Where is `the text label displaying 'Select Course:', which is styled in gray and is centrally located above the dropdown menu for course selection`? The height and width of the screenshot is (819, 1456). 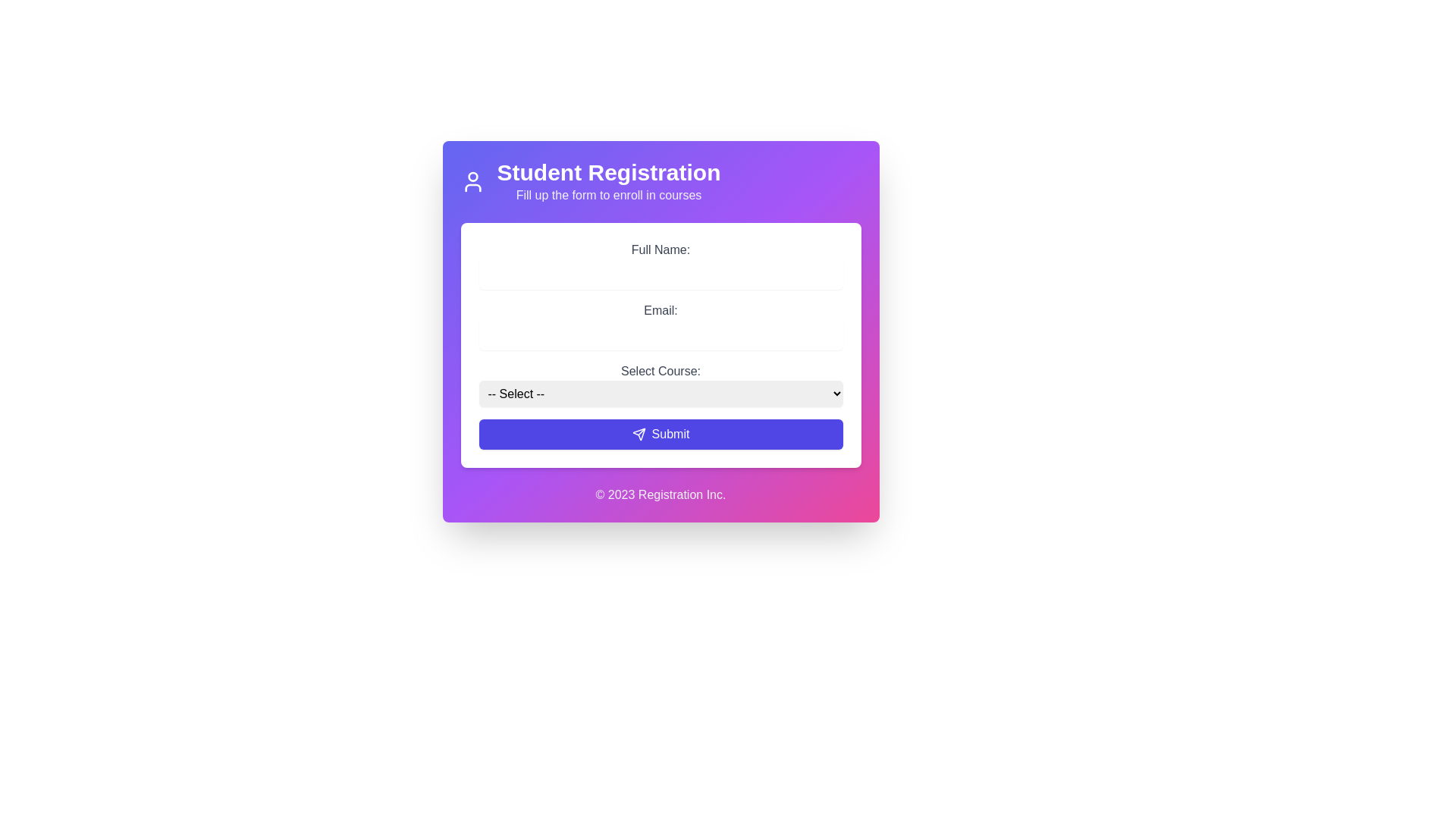 the text label displaying 'Select Course:', which is styled in gray and is centrally located above the dropdown menu for course selection is located at coordinates (661, 371).